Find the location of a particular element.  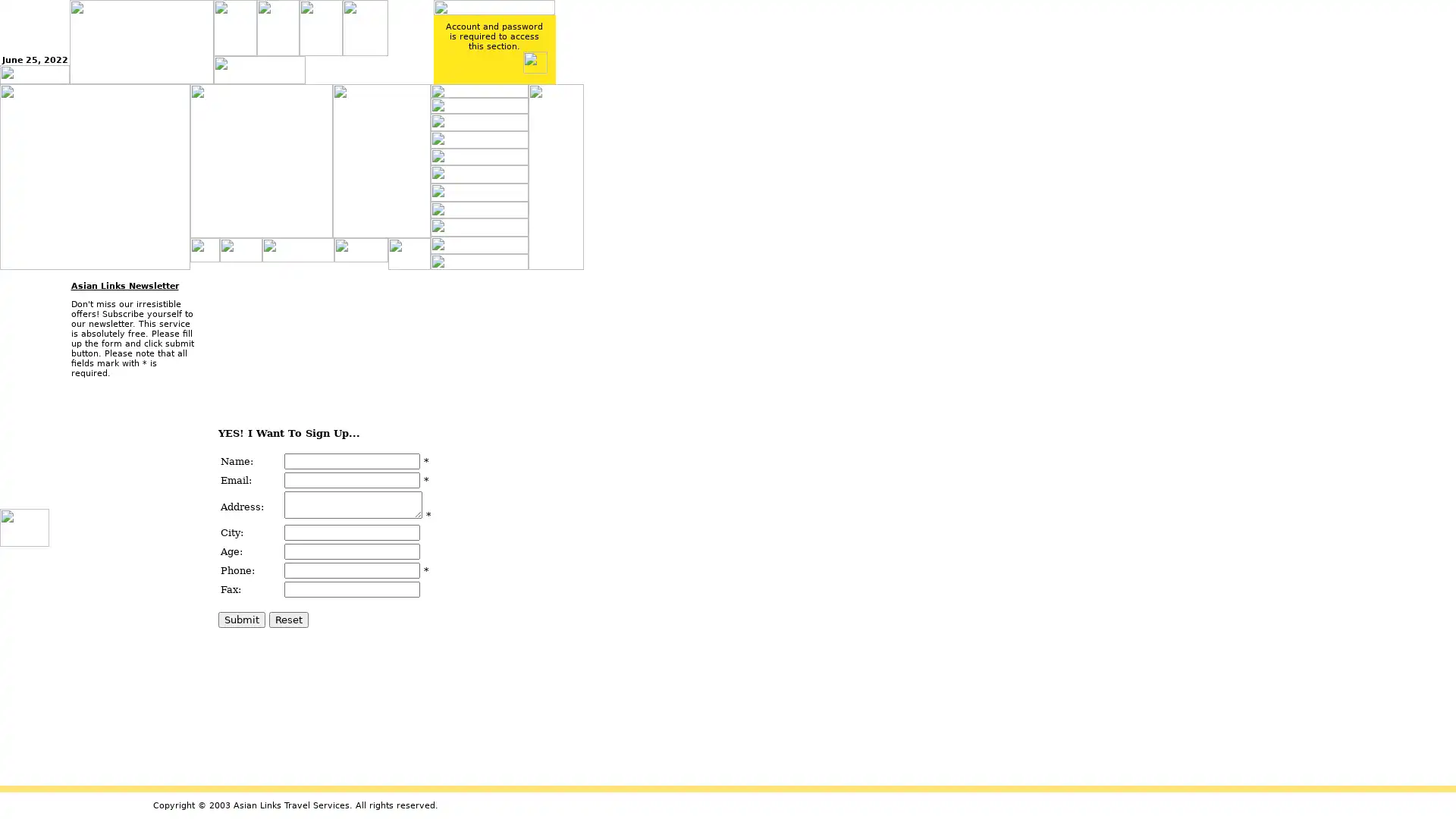

Submit is located at coordinates (240, 620).